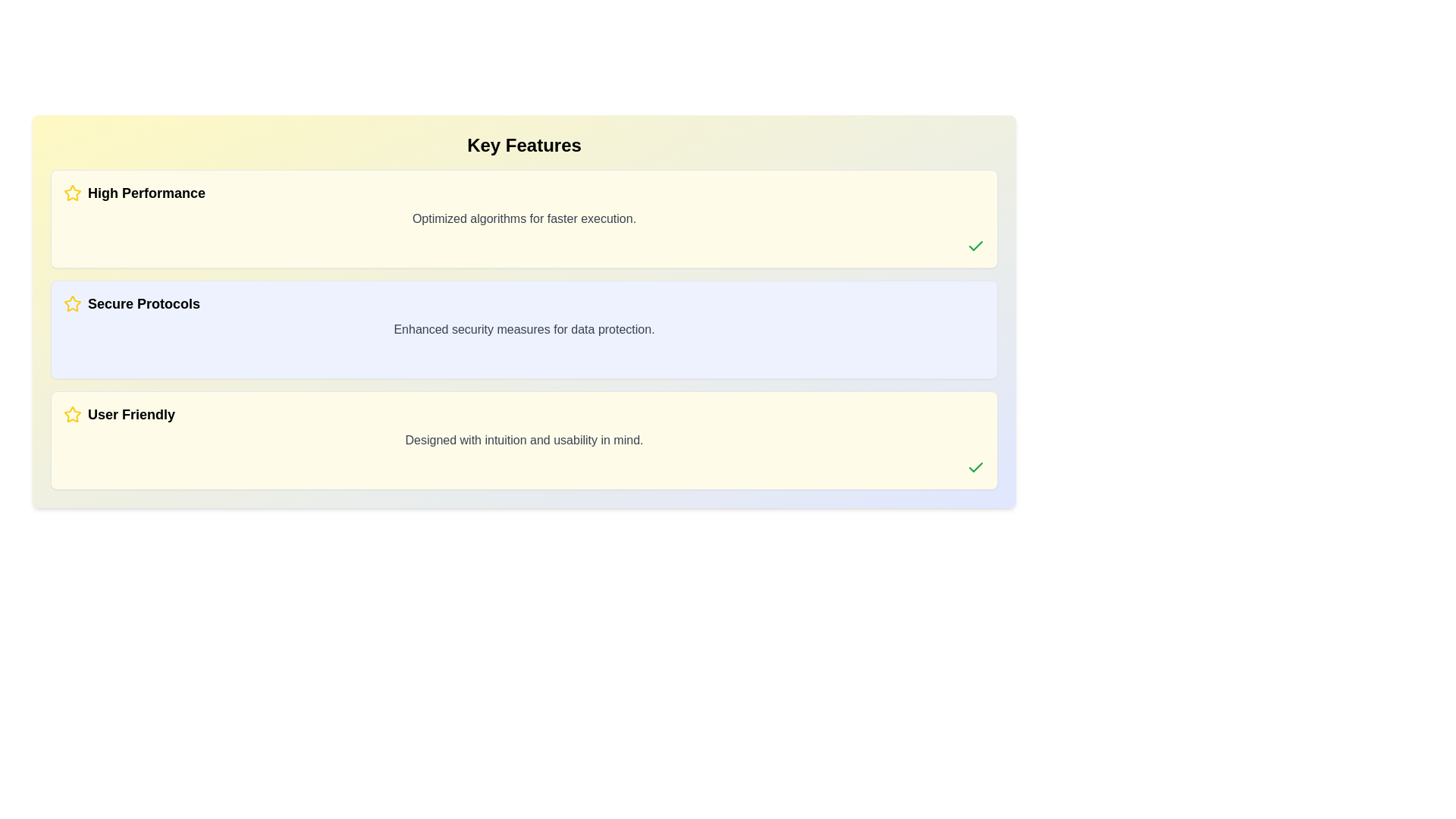 The height and width of the screenshot is (819, 1456). What do you see at coordinates (524, 219) in the screenshot?
I see `the feature card corresponding to High Performance` at bounding box center [524, 219].